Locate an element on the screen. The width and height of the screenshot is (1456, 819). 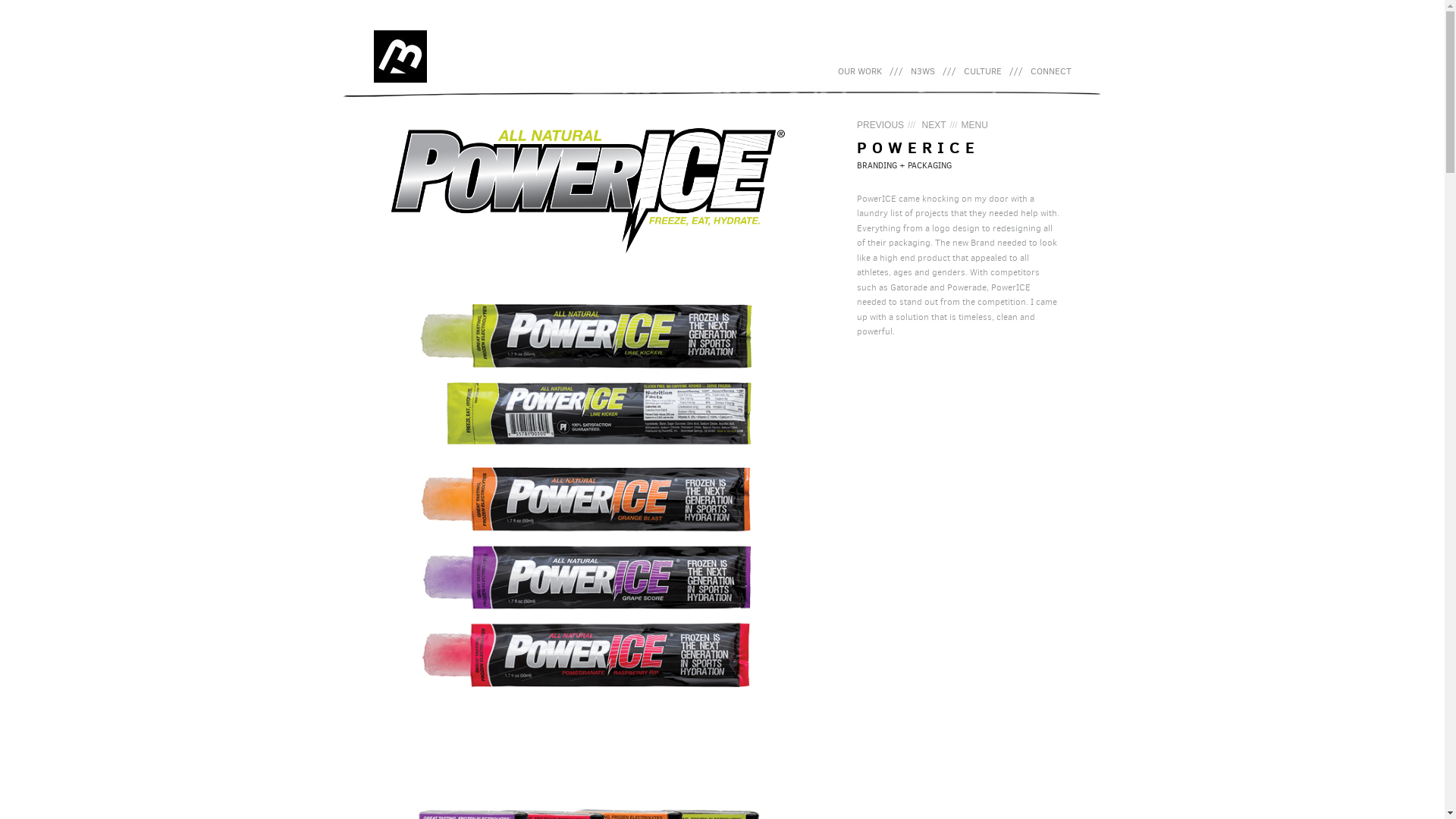
'///' is located at coordinates (949, 72).